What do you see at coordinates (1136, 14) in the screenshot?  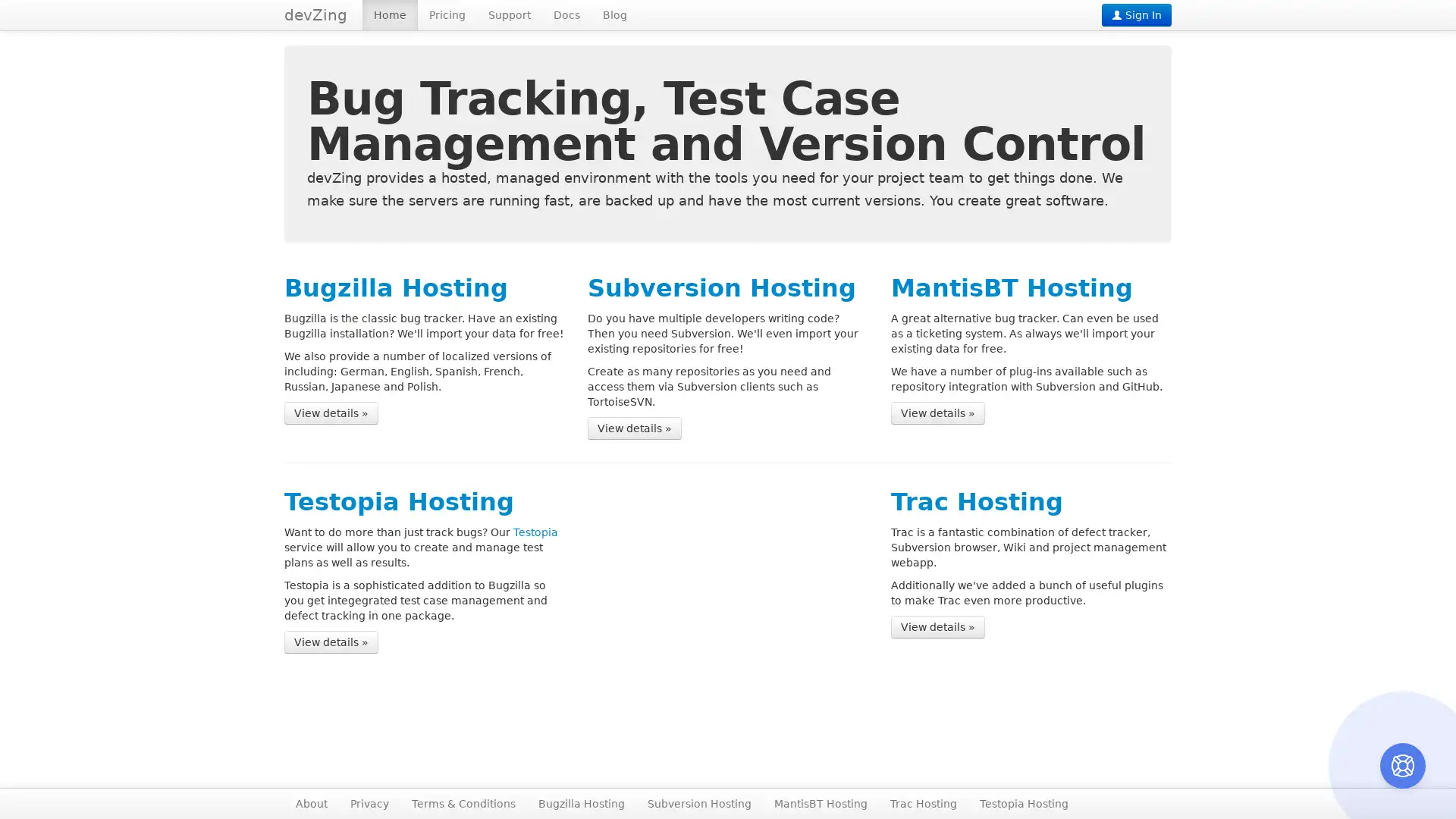 I see `Sign In` at bounding box center [1136, 14].